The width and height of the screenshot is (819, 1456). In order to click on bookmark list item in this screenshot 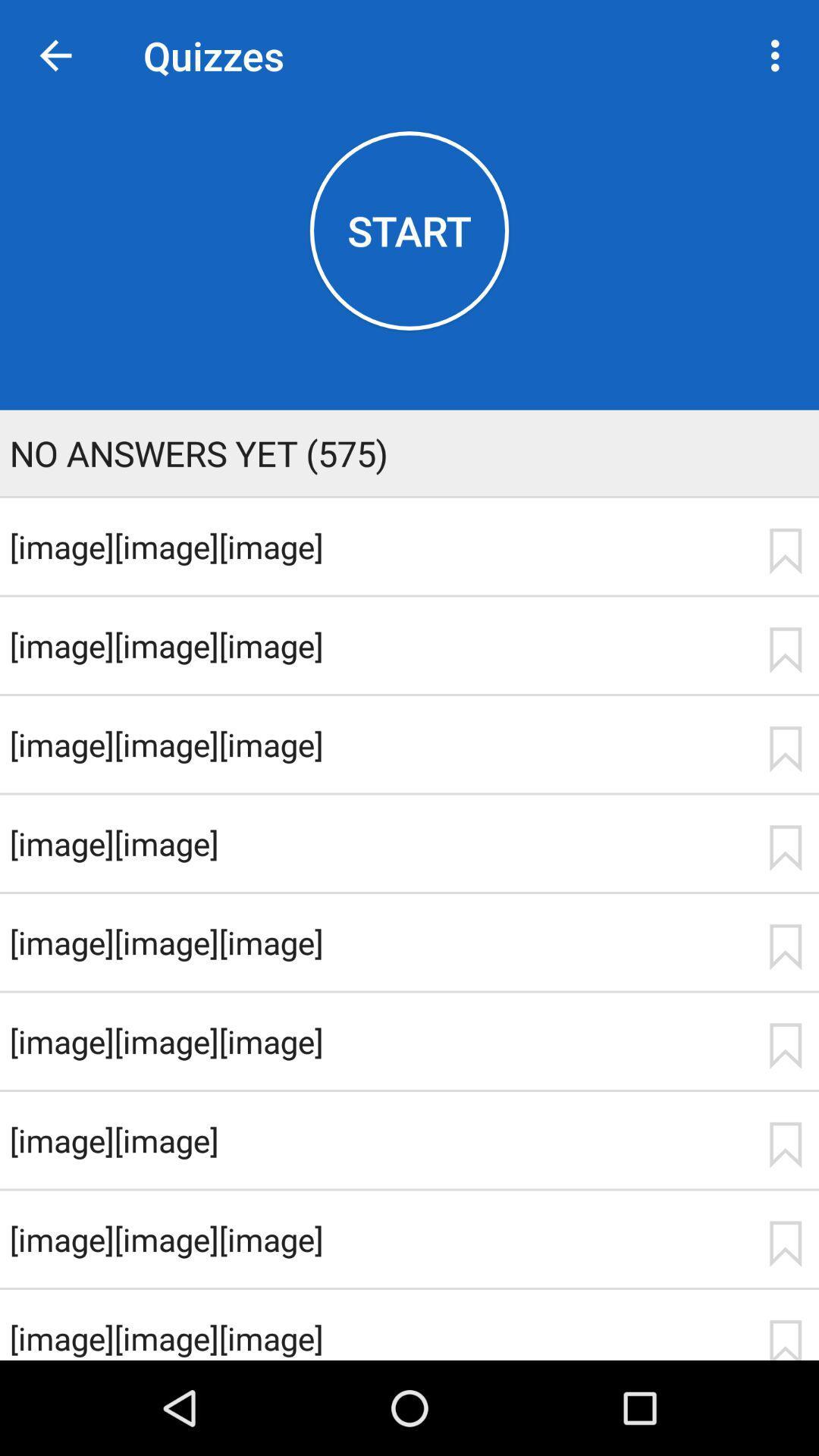, I will do `click(785, 650)`.